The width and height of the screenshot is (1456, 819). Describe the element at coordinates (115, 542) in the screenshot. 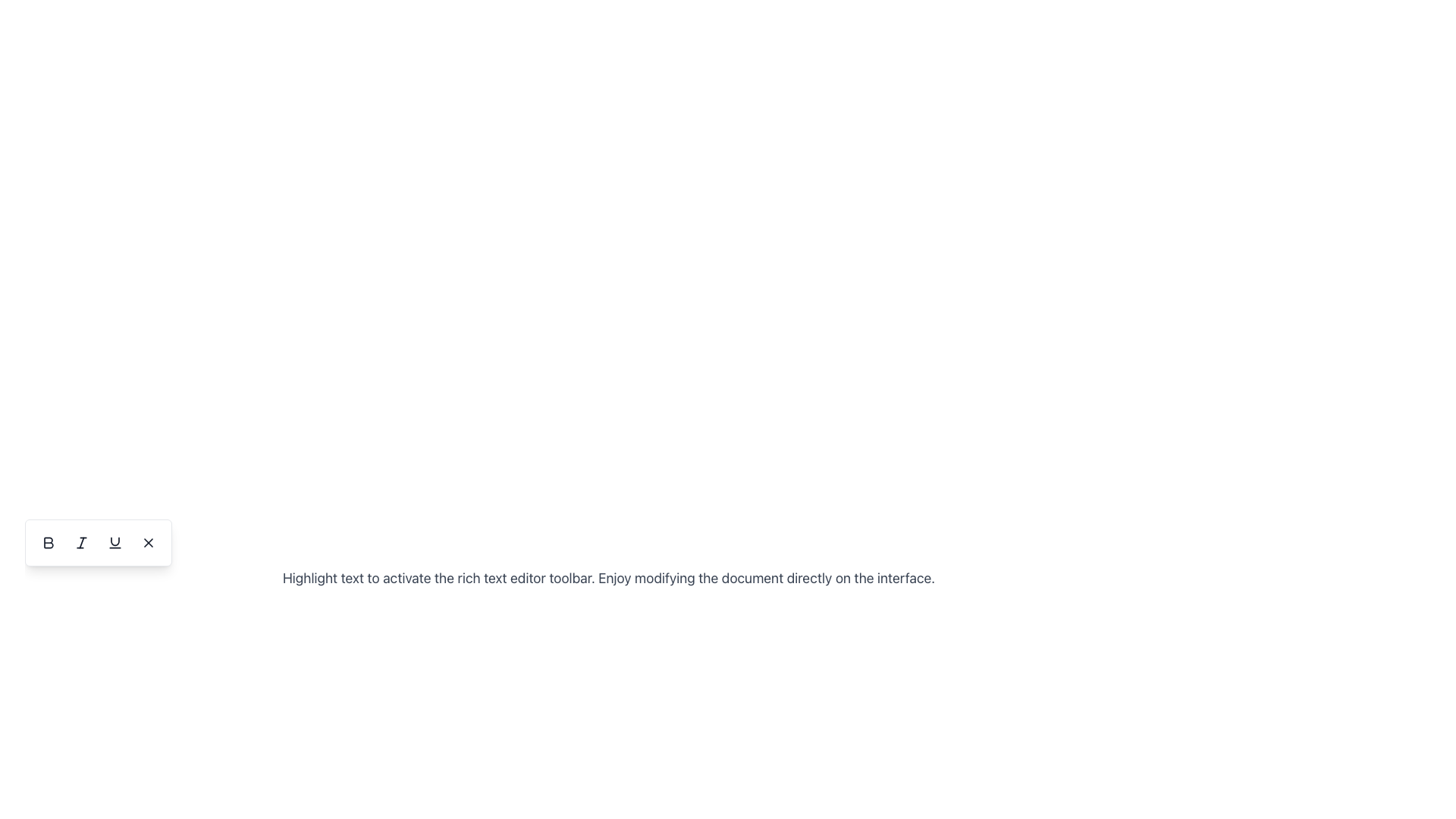

I see `the underline text formatting button located at the bottom center of the floating toolbar, which is the third item from the left` at that location.